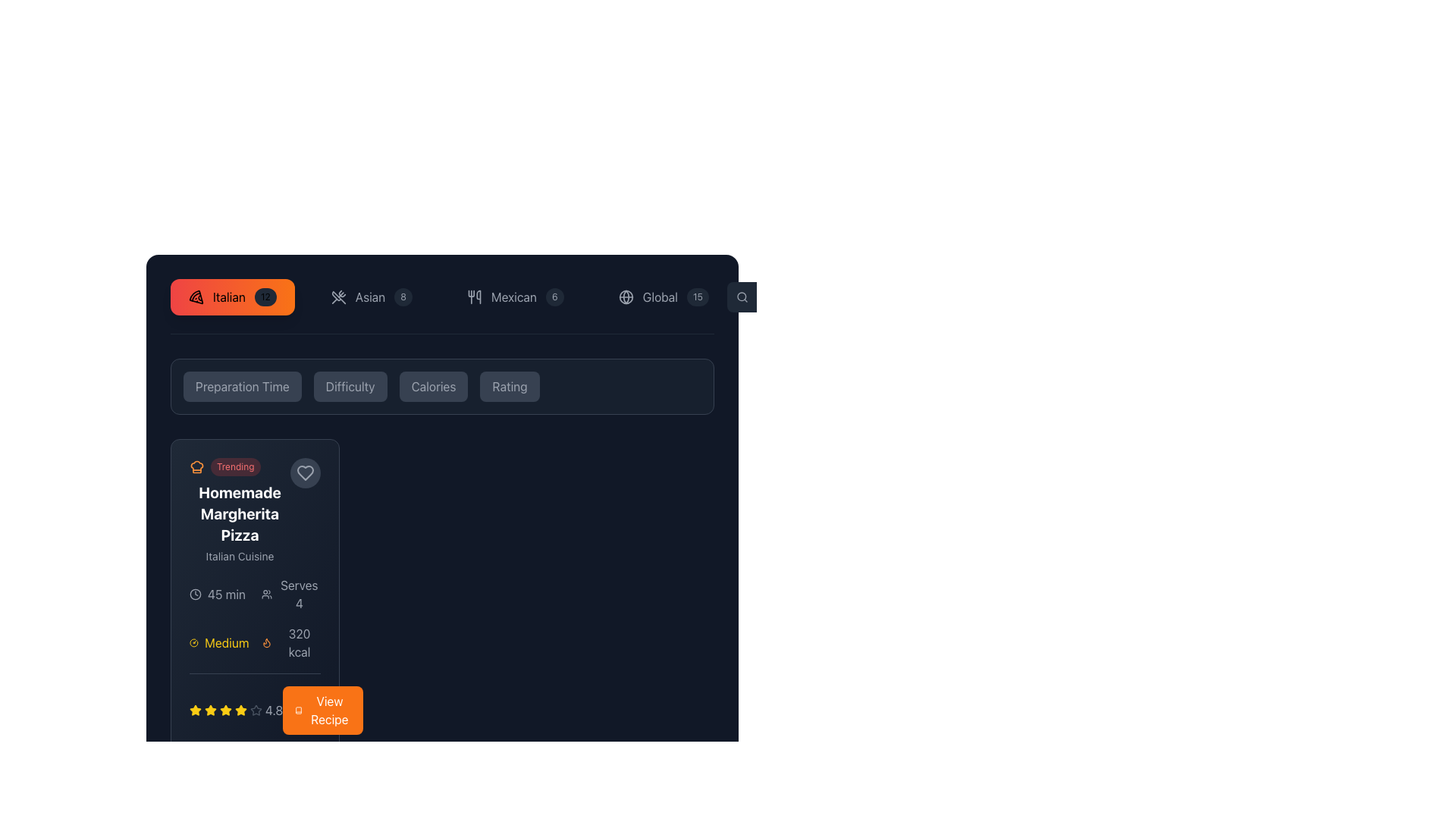  Describe the element at coordinates (266, 643) in the screenshot. I see `the flame-shaped icon representing calorie information, located to the left of the text '320 kcal'` at that location.